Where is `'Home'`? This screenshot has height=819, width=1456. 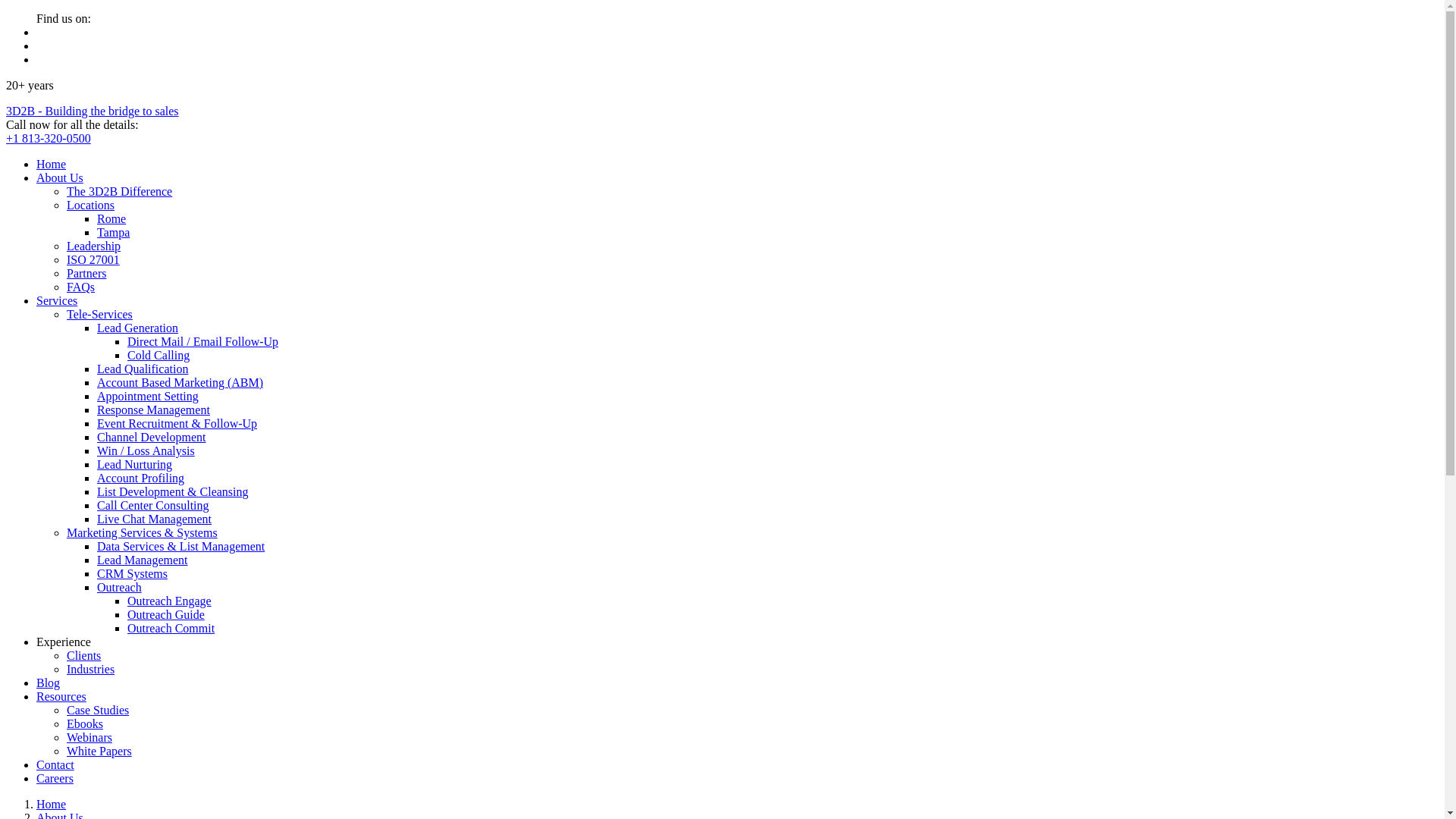
'Home' is located at coordinates (36, 164).